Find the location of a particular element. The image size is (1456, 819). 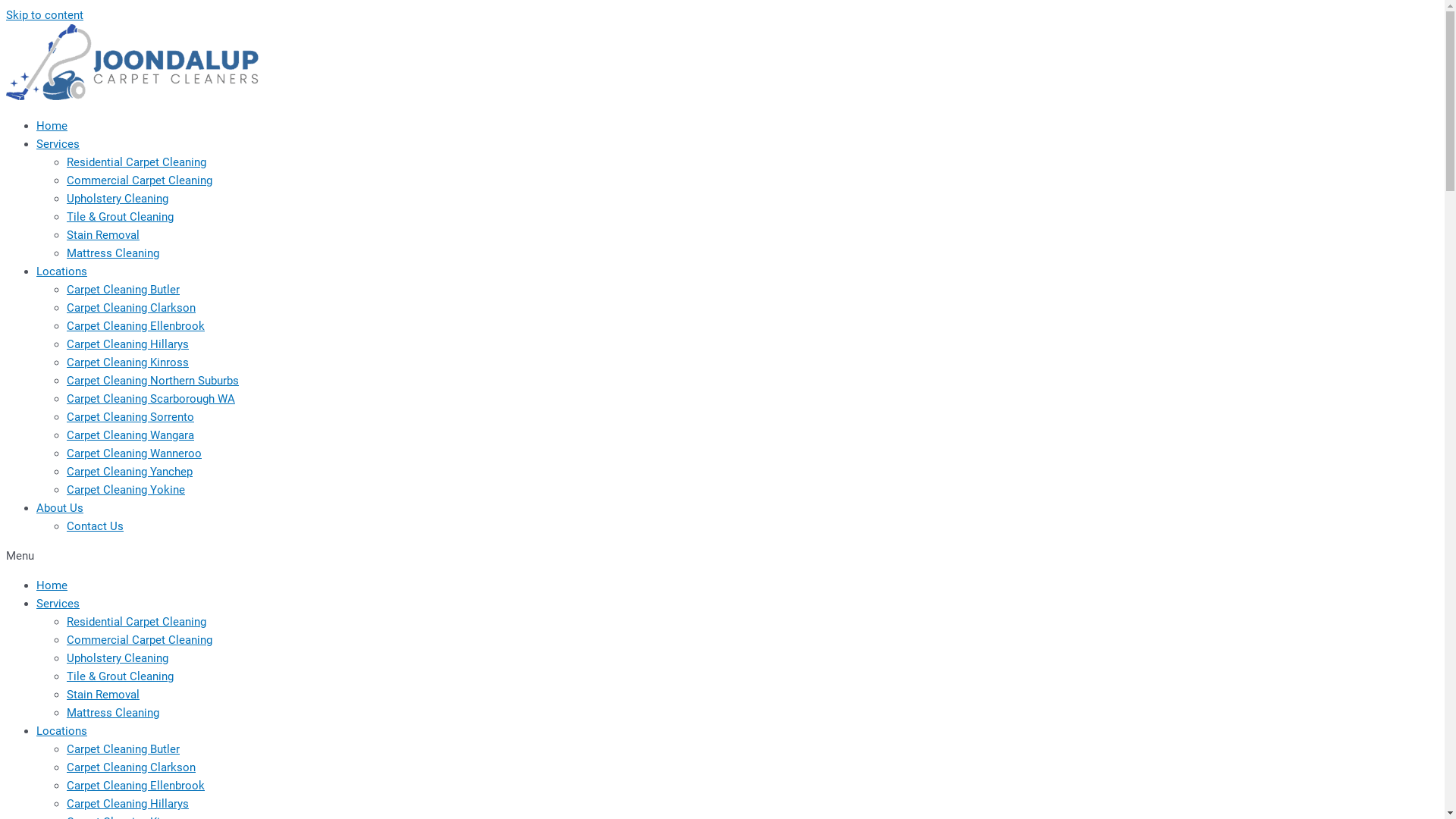

'Carpet Cleaning Ellenbrook' is located at coordinates (135, 785).